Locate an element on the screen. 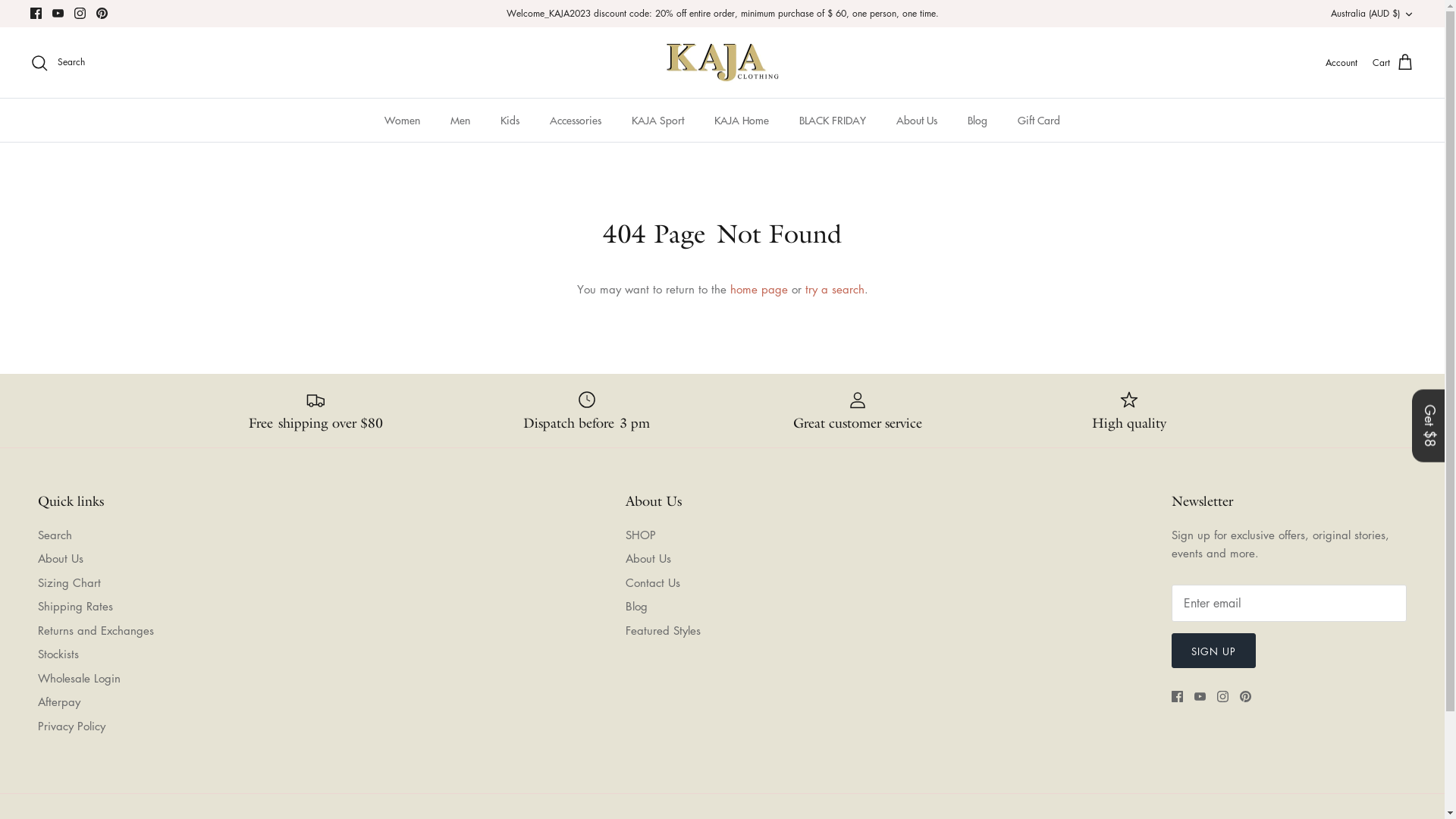 This screenshot has height=819, width=1456. 'About Us' is located at coordinates (882, 119).